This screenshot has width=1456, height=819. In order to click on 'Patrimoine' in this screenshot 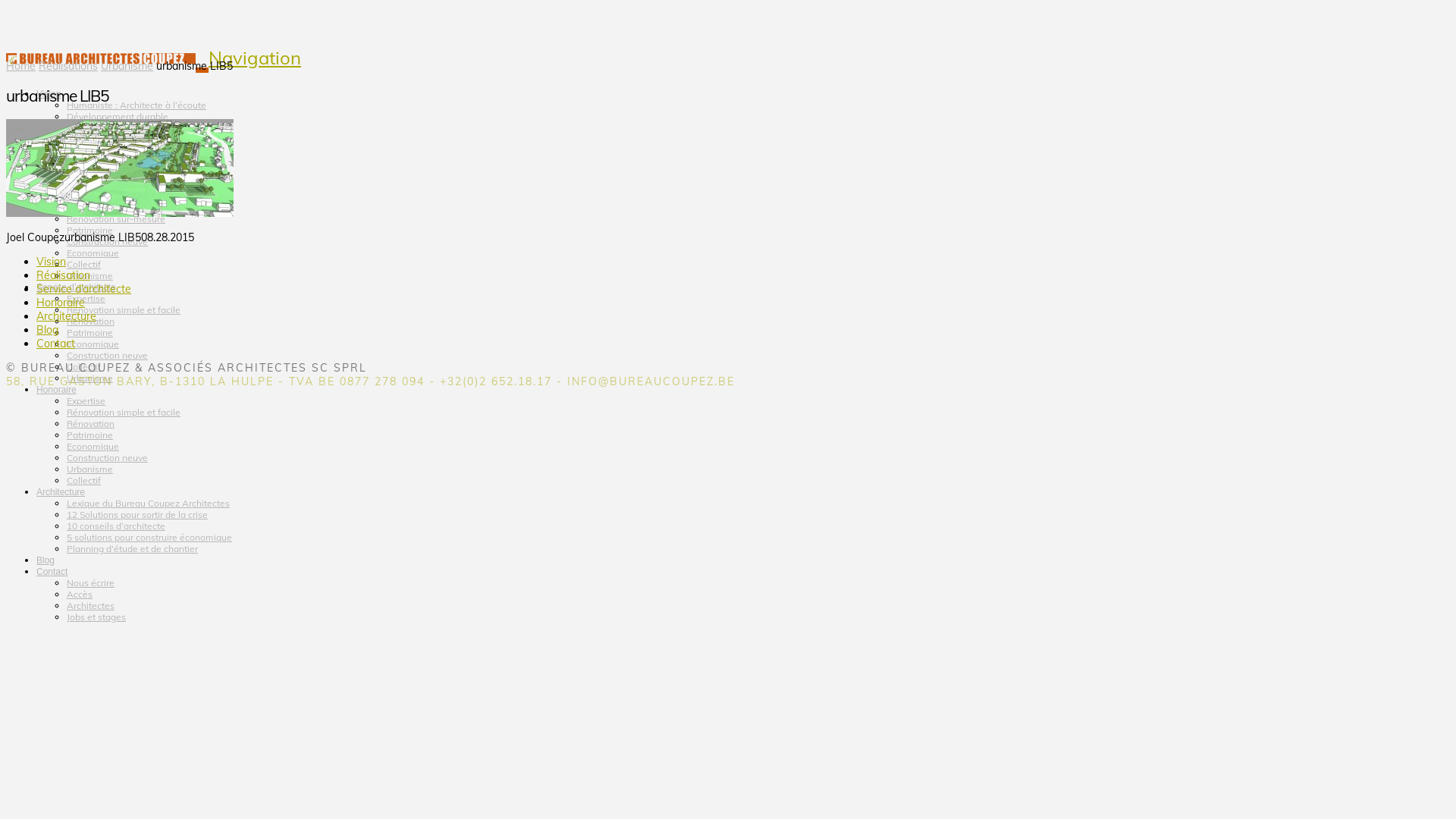, I will do `click(89, 331)`.